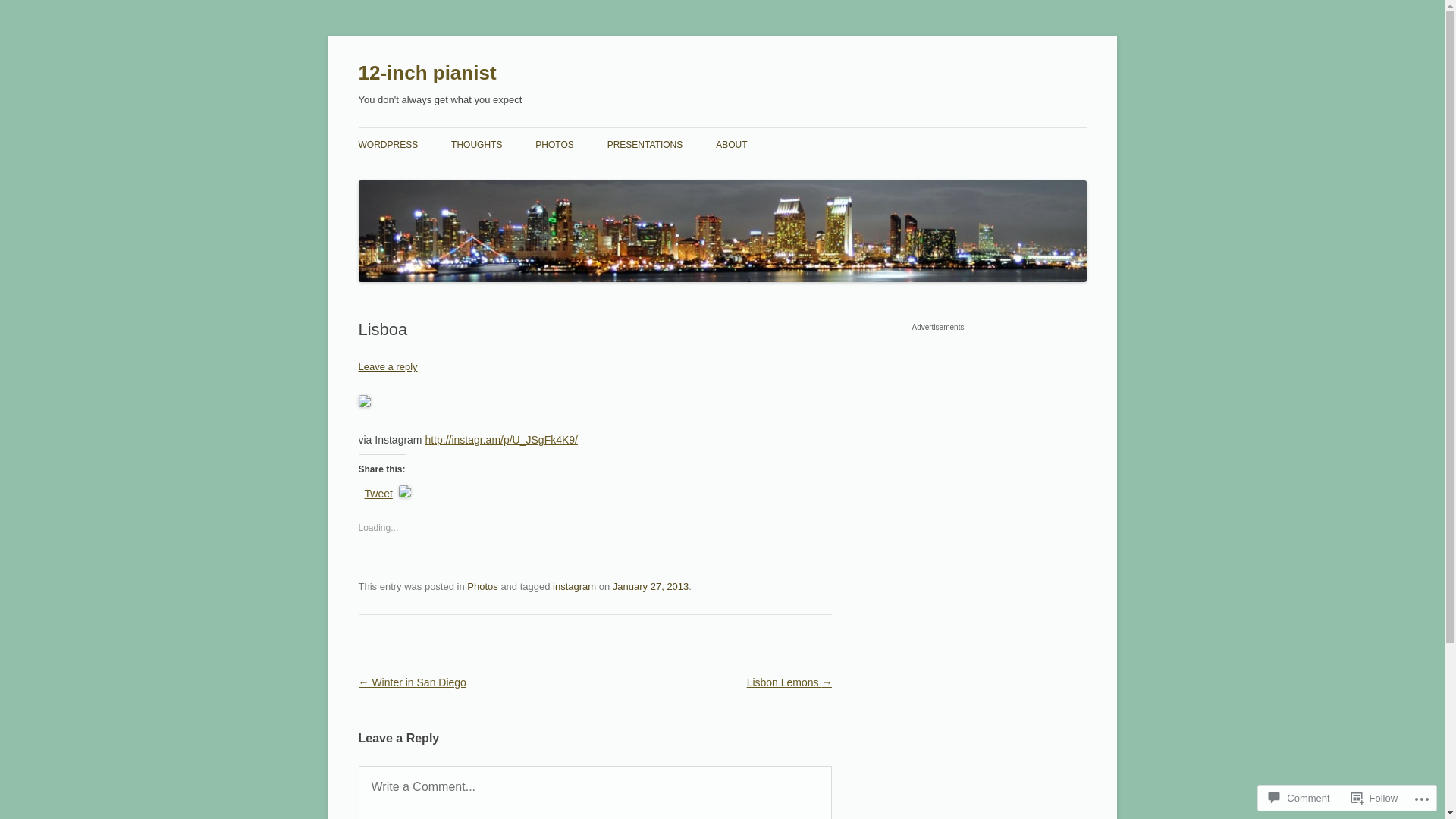 The image size is (1456, 819). What do you see at coordinates (612, 585) in the screenshot?
I see `'January 27, 2013'` at bounding box center [612, 585].